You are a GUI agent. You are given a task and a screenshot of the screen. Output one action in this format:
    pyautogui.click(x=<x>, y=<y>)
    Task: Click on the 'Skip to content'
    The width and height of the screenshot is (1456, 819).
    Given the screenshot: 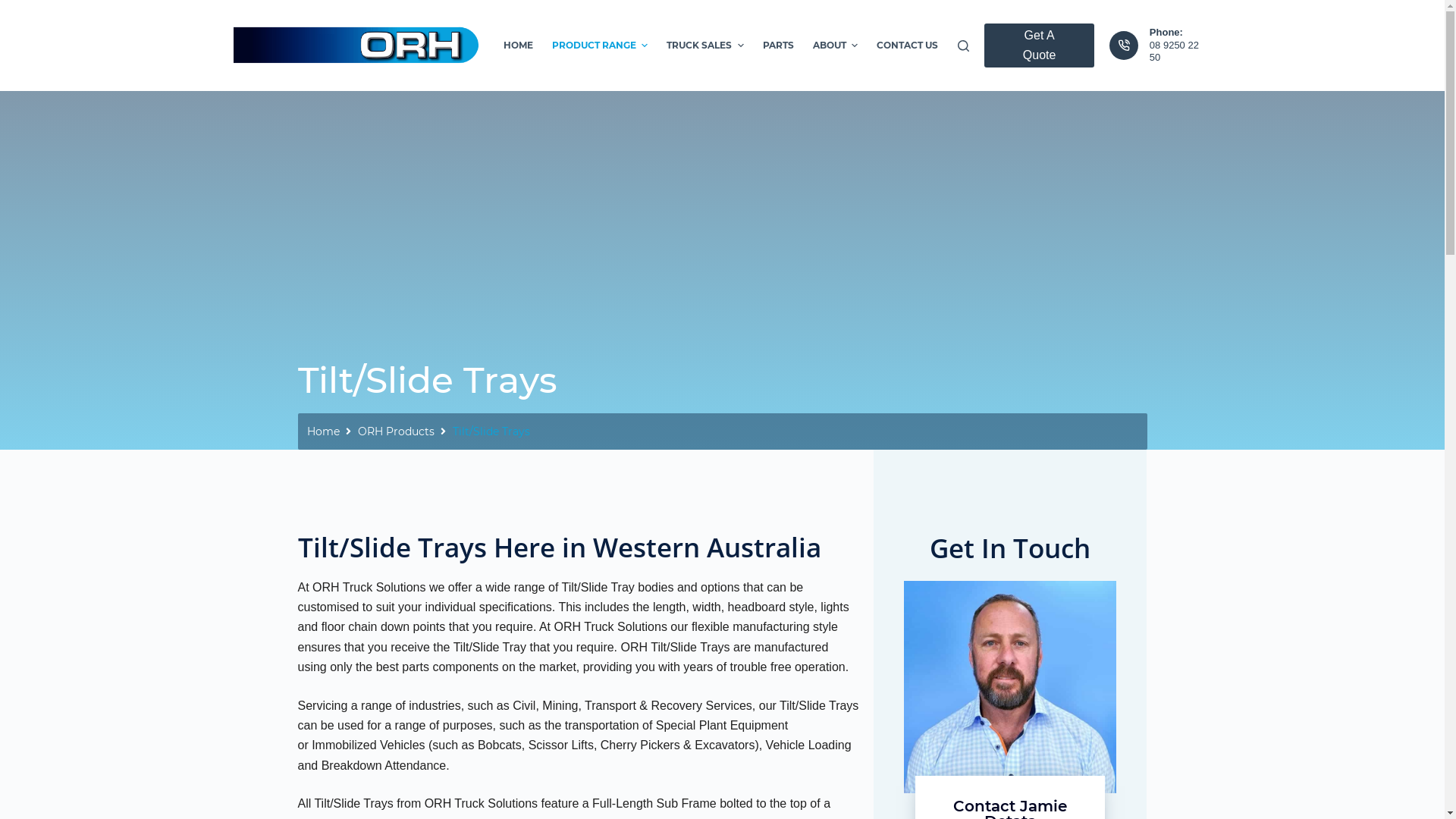 What is the action you would take?
    pyautogui.click(x=0, y=8)
    